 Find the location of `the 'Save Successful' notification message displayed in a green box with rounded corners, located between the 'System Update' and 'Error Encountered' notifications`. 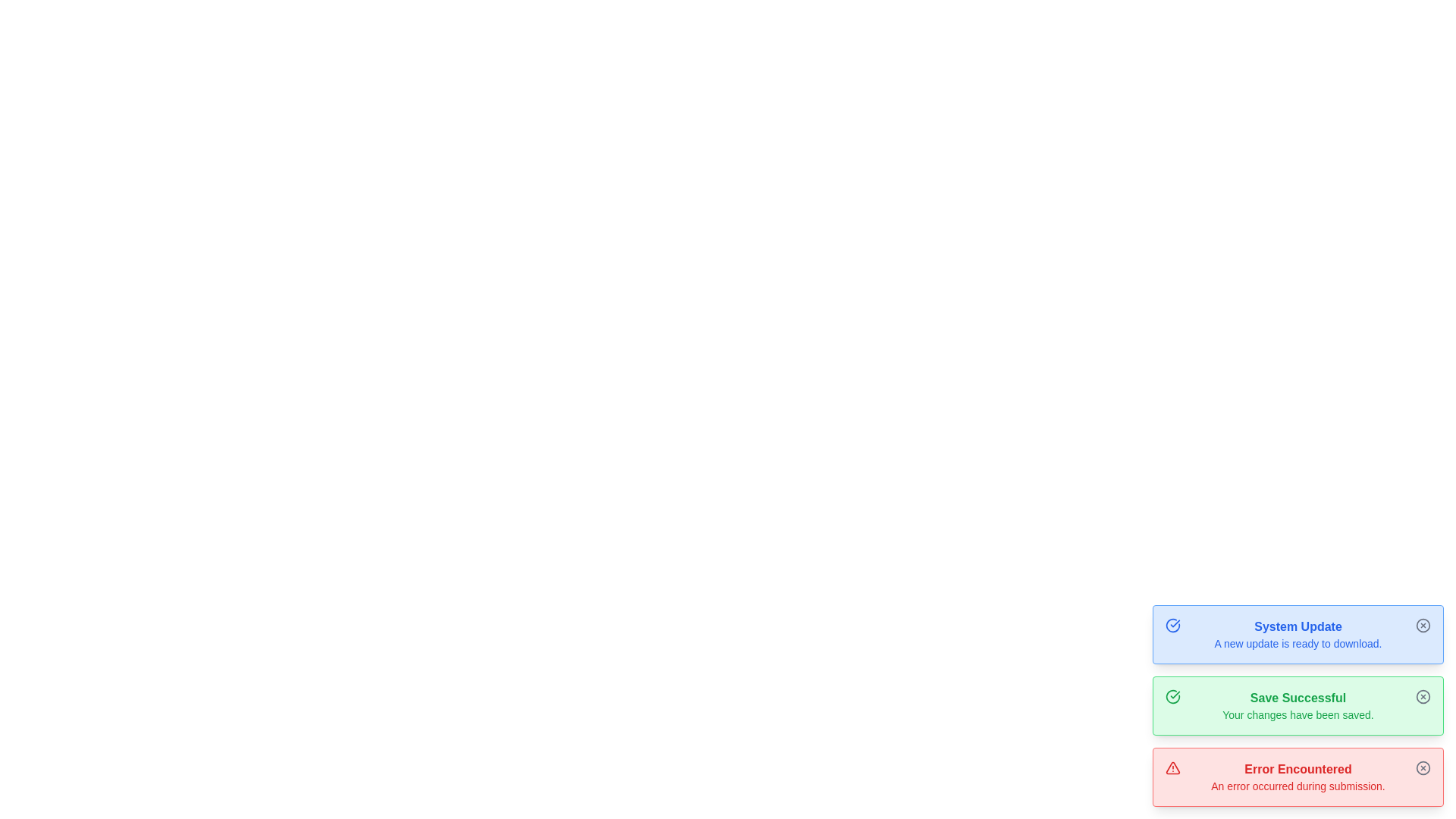

the 'Save Successful' notification message displayed in a green box with rounded corners, located between the 'System Update' and 'Error Encountered' notifications is located at coordinates (1298, 705).